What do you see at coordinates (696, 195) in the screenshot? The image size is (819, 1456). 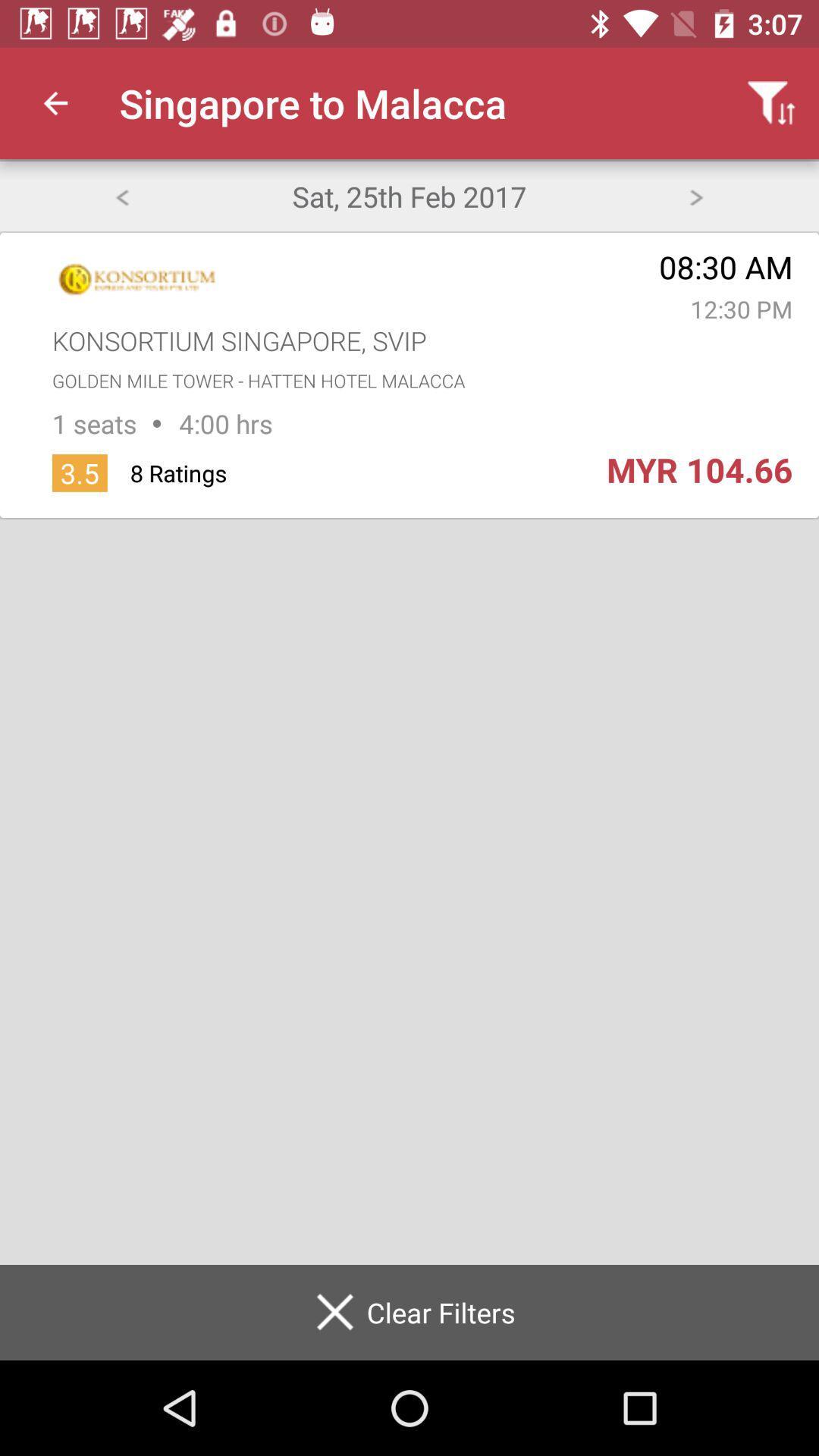 I see `next` at bounding box center [696, 195].